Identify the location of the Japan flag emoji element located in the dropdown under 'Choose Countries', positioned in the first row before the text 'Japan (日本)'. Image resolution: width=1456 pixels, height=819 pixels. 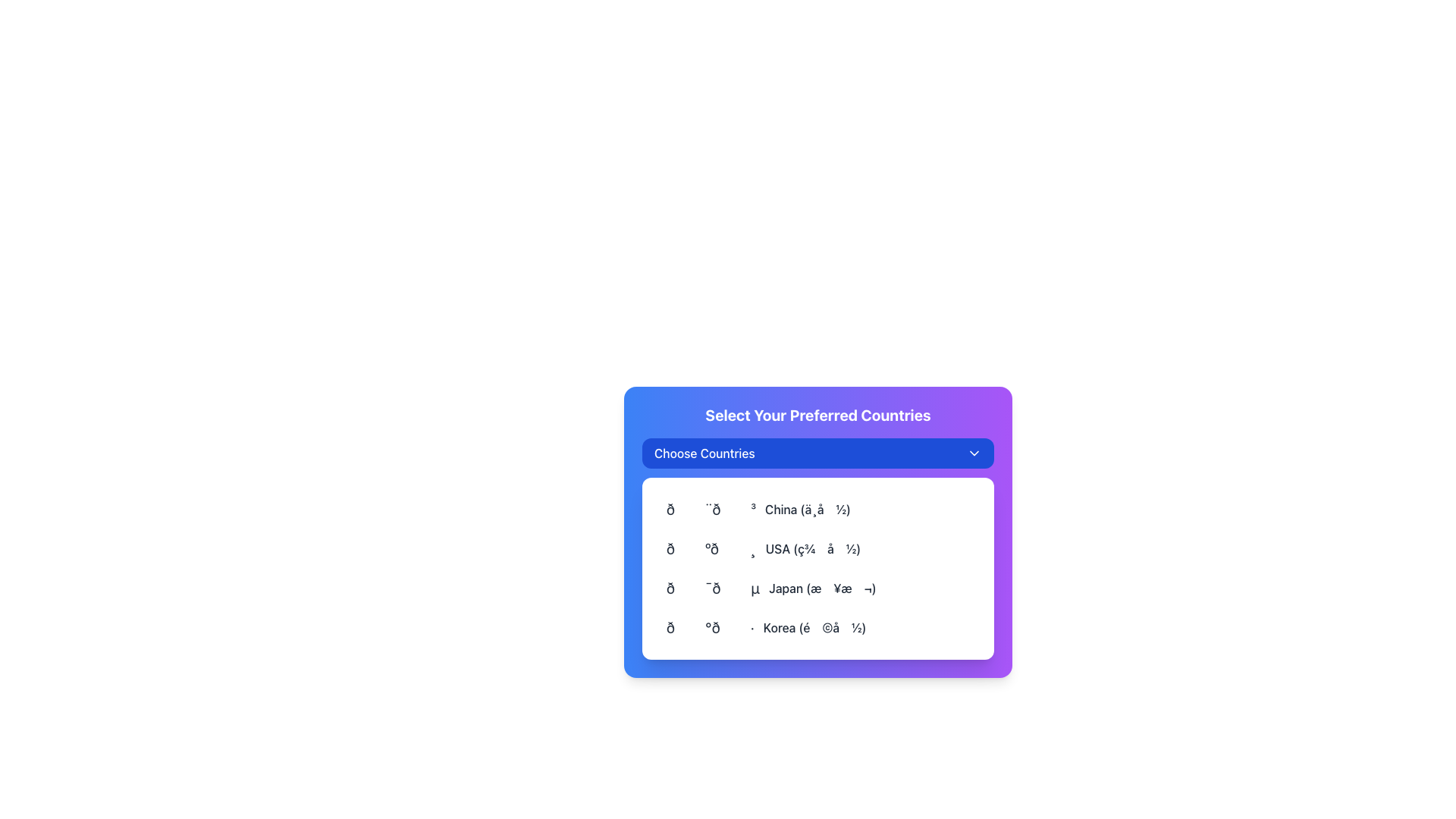
(712, 587).